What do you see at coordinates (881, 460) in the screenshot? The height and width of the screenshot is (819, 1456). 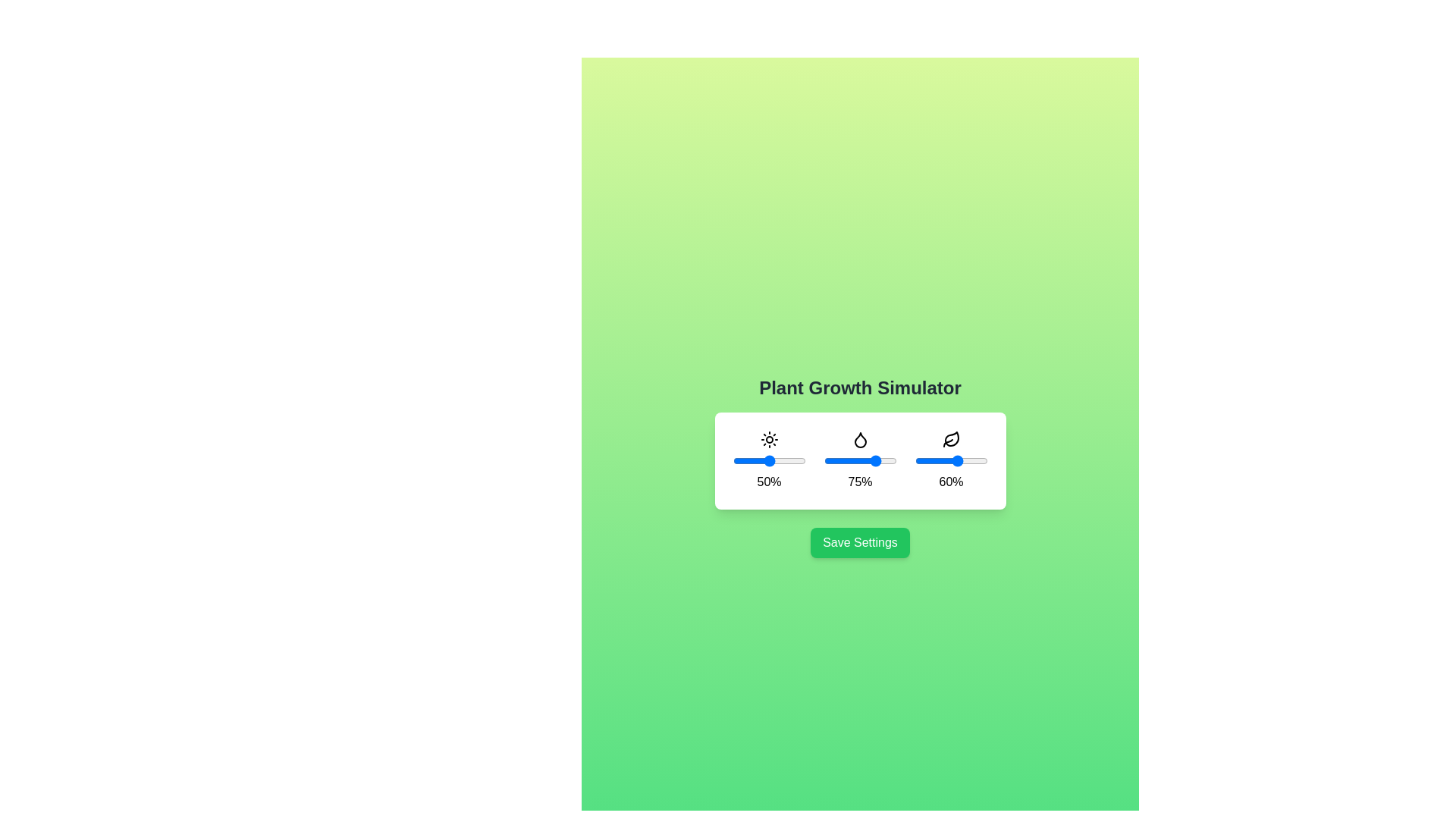 I see `the water slider to 79%` at bounding box center [881, 460].